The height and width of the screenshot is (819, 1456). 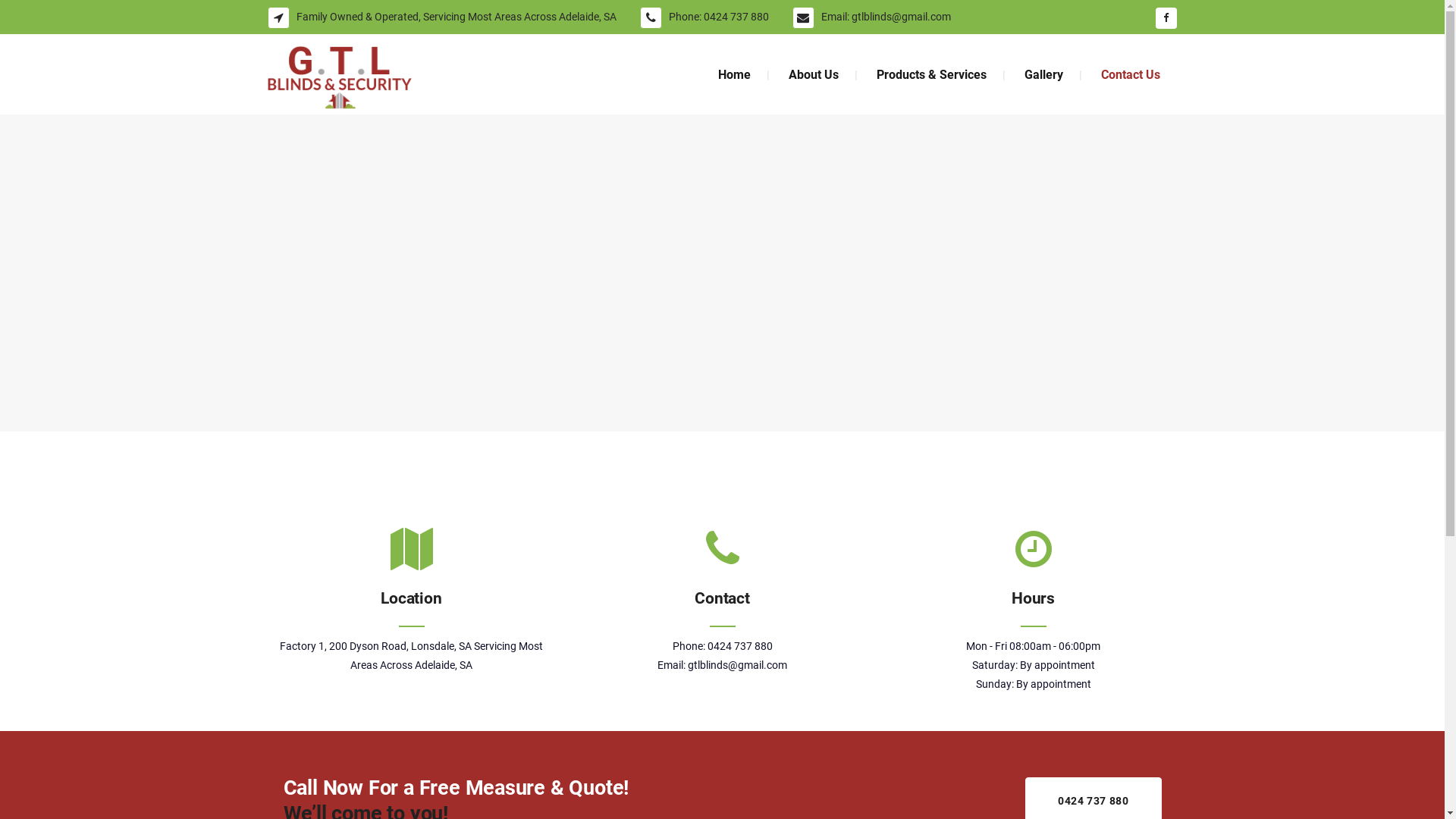 I want to click on 'About Us', so click(x=811, y=74).